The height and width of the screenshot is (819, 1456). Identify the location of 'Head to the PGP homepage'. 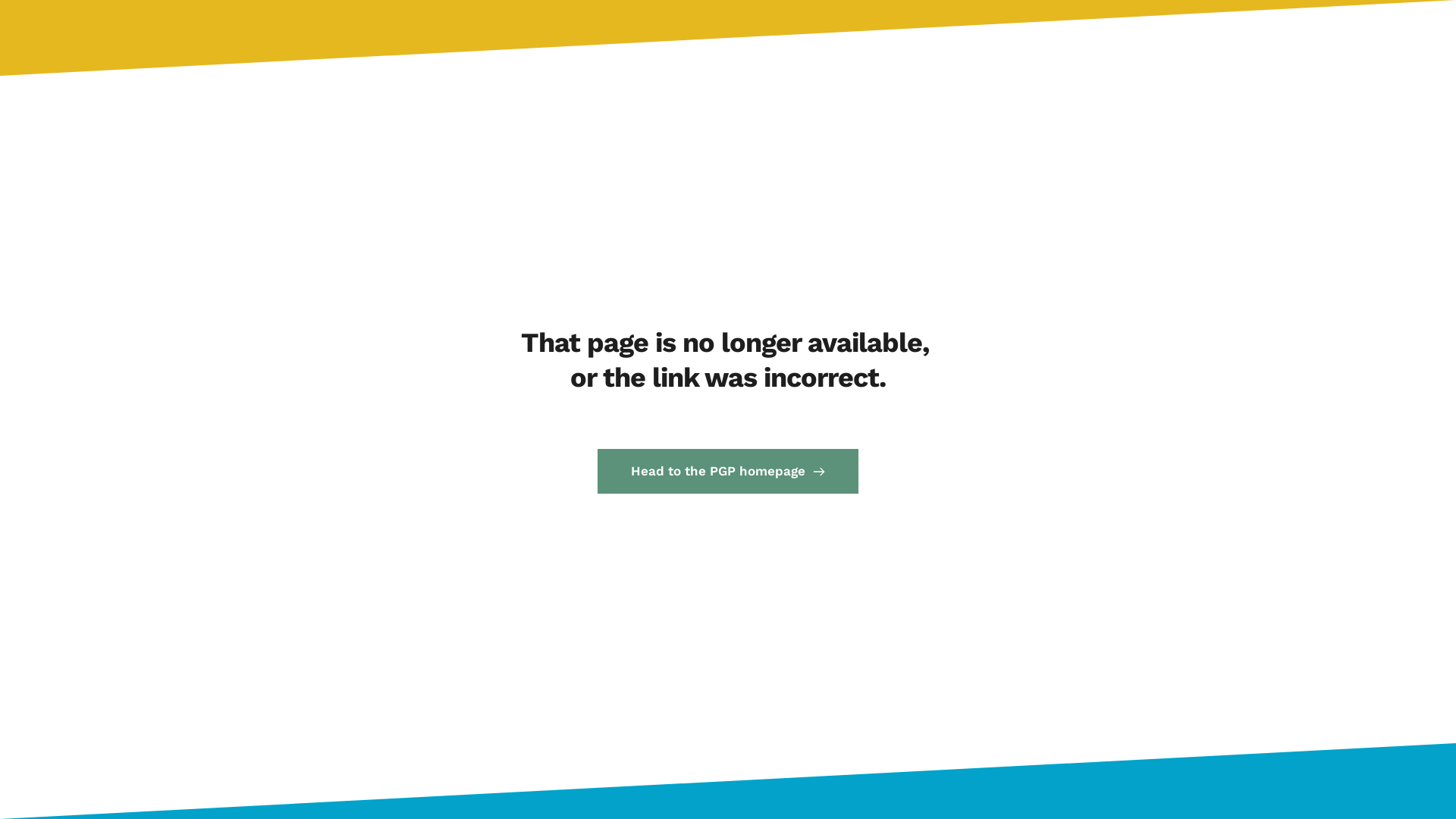
(728, 470).